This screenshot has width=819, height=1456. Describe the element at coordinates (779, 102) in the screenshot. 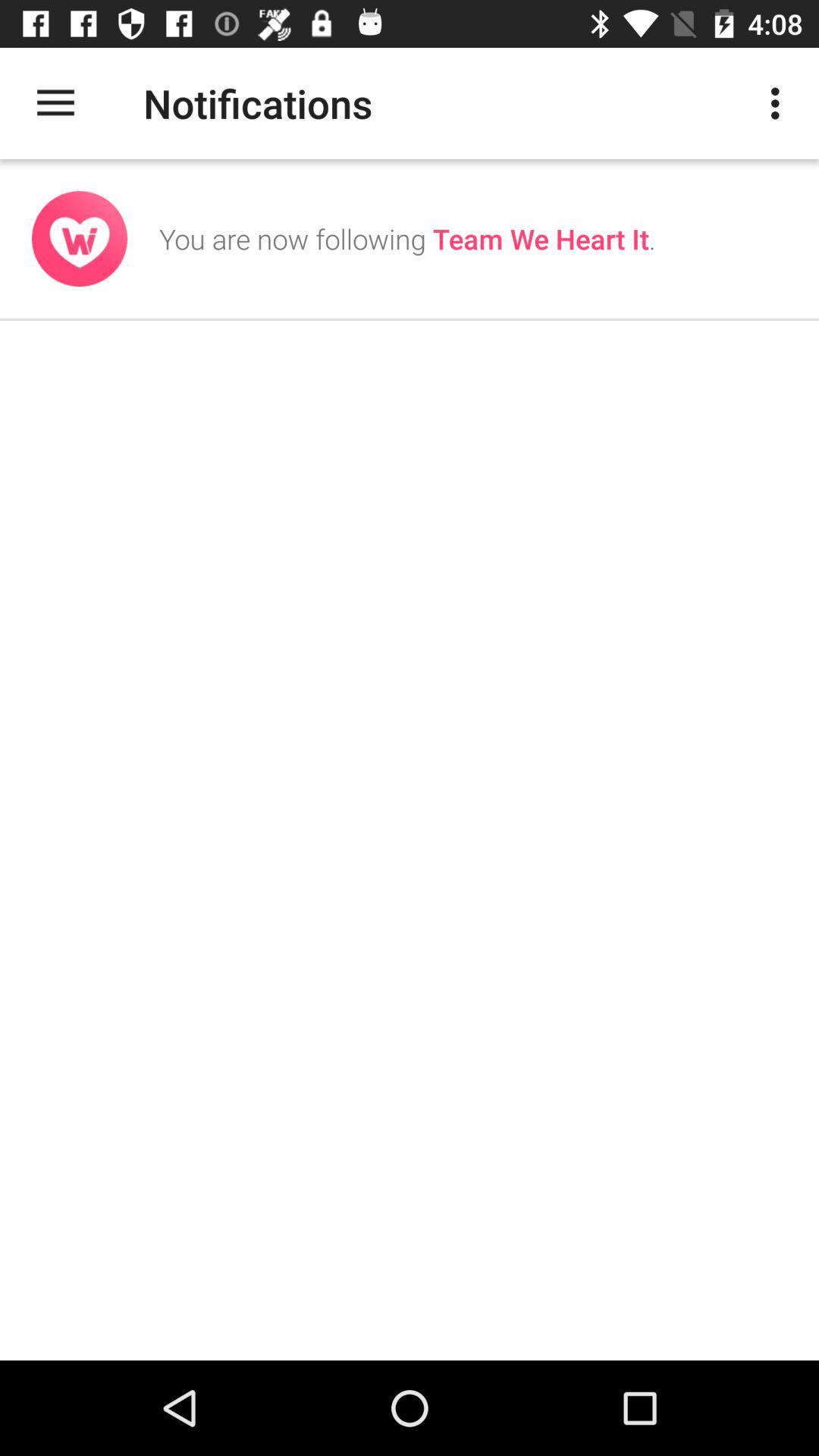

I see `the icon next to the notifications icon` at that location.